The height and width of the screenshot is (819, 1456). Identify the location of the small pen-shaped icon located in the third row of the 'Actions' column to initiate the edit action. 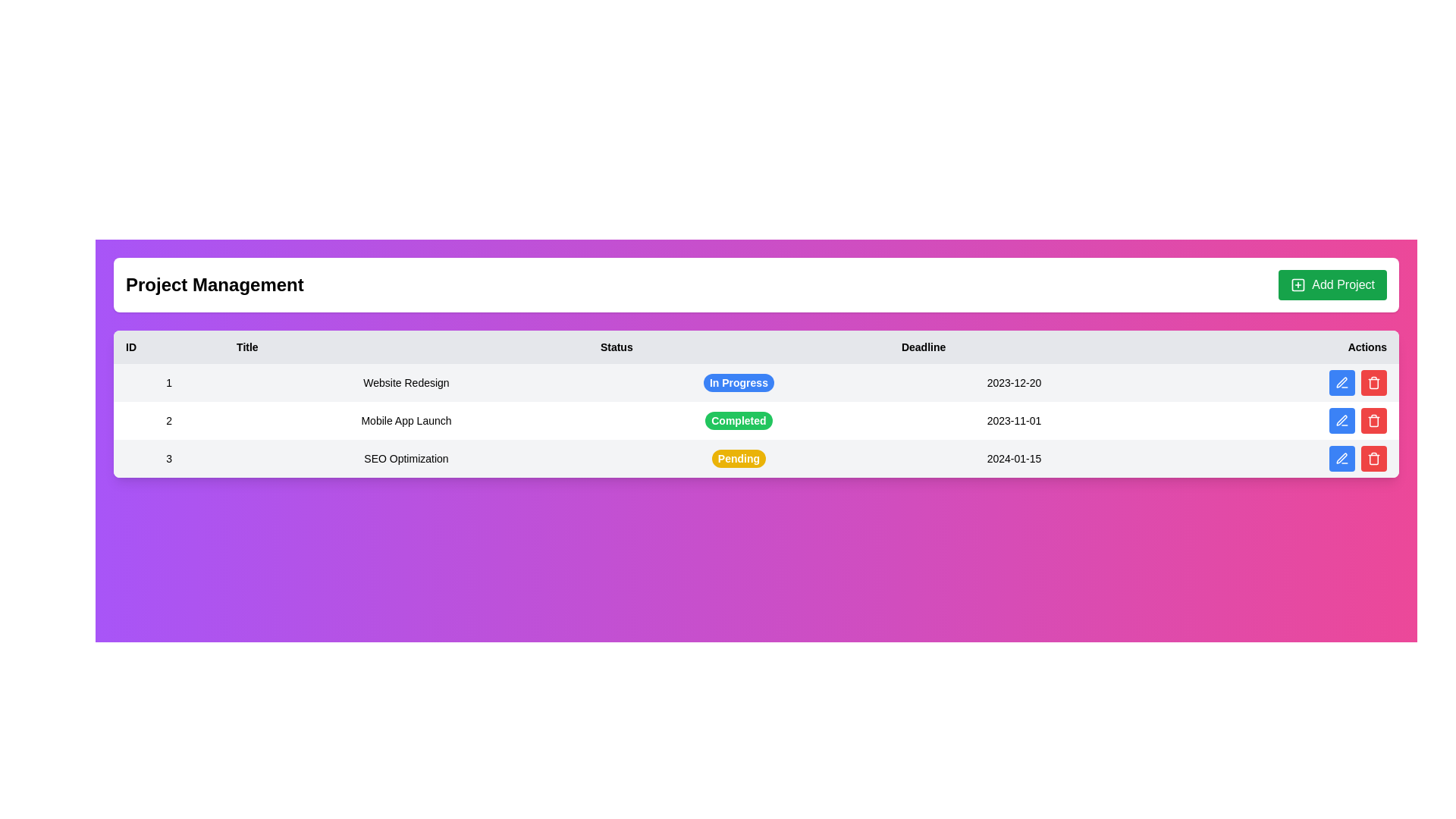
(1341, 381).